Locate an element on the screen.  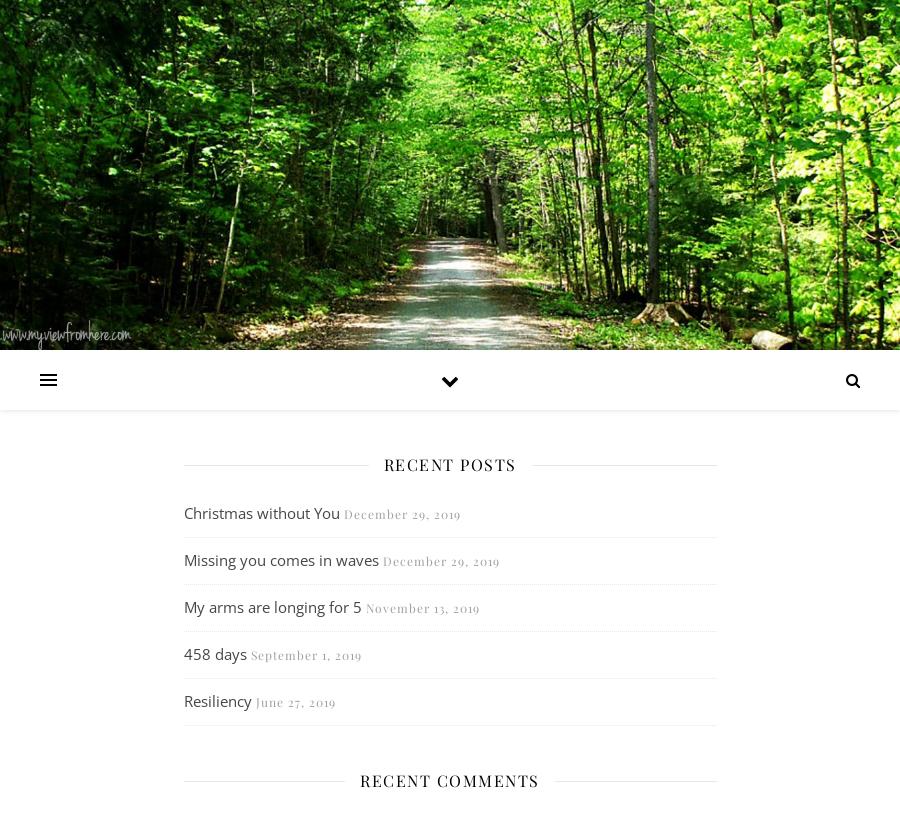
'My arms are longing for 5' is located at coordinates (270, 605).